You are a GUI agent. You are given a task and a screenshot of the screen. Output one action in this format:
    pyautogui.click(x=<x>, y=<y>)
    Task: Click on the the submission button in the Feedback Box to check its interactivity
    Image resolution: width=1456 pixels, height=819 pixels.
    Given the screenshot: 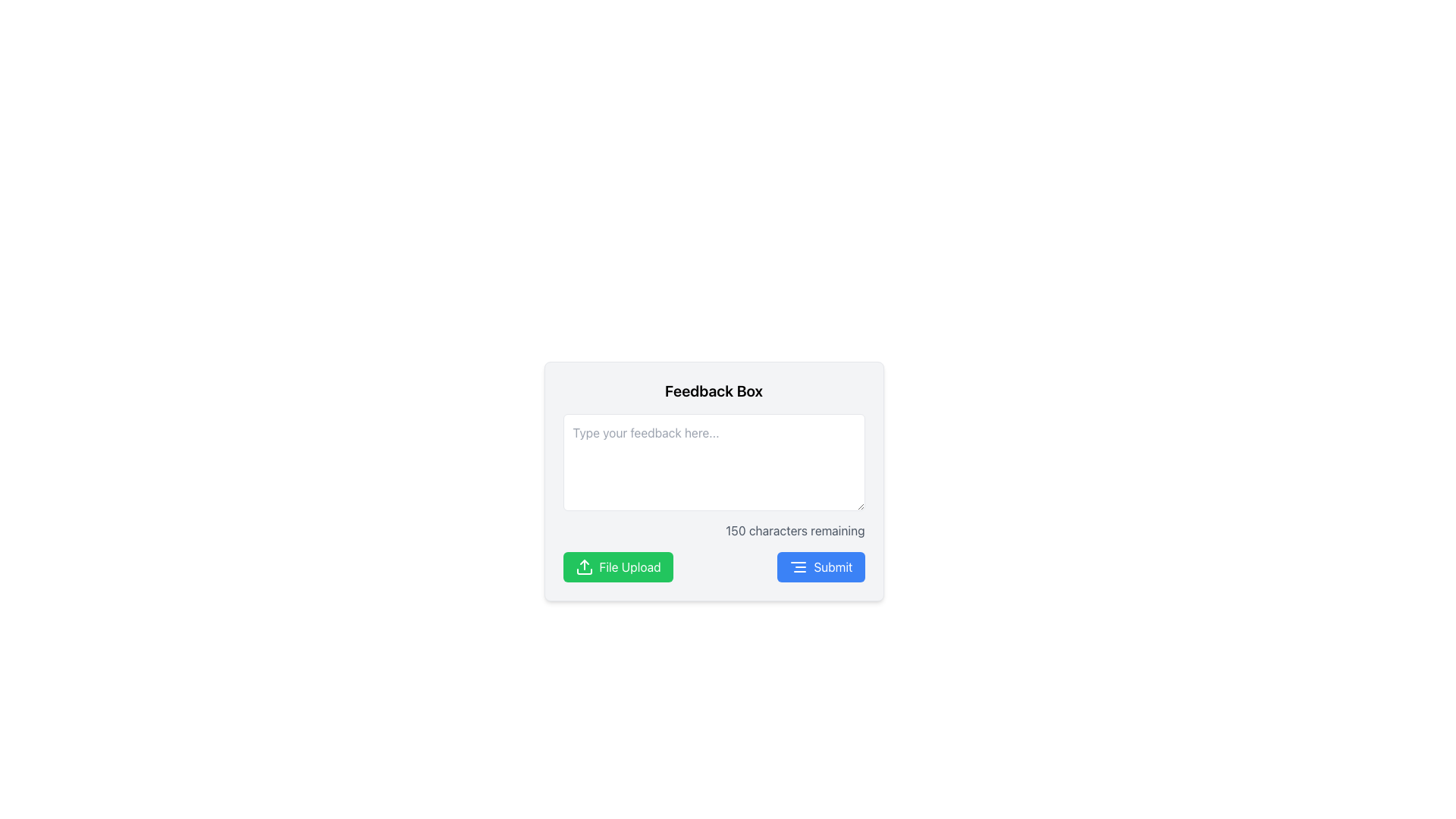 What is the action you would take?
    pyautogui.click(x=820, y=567)
    